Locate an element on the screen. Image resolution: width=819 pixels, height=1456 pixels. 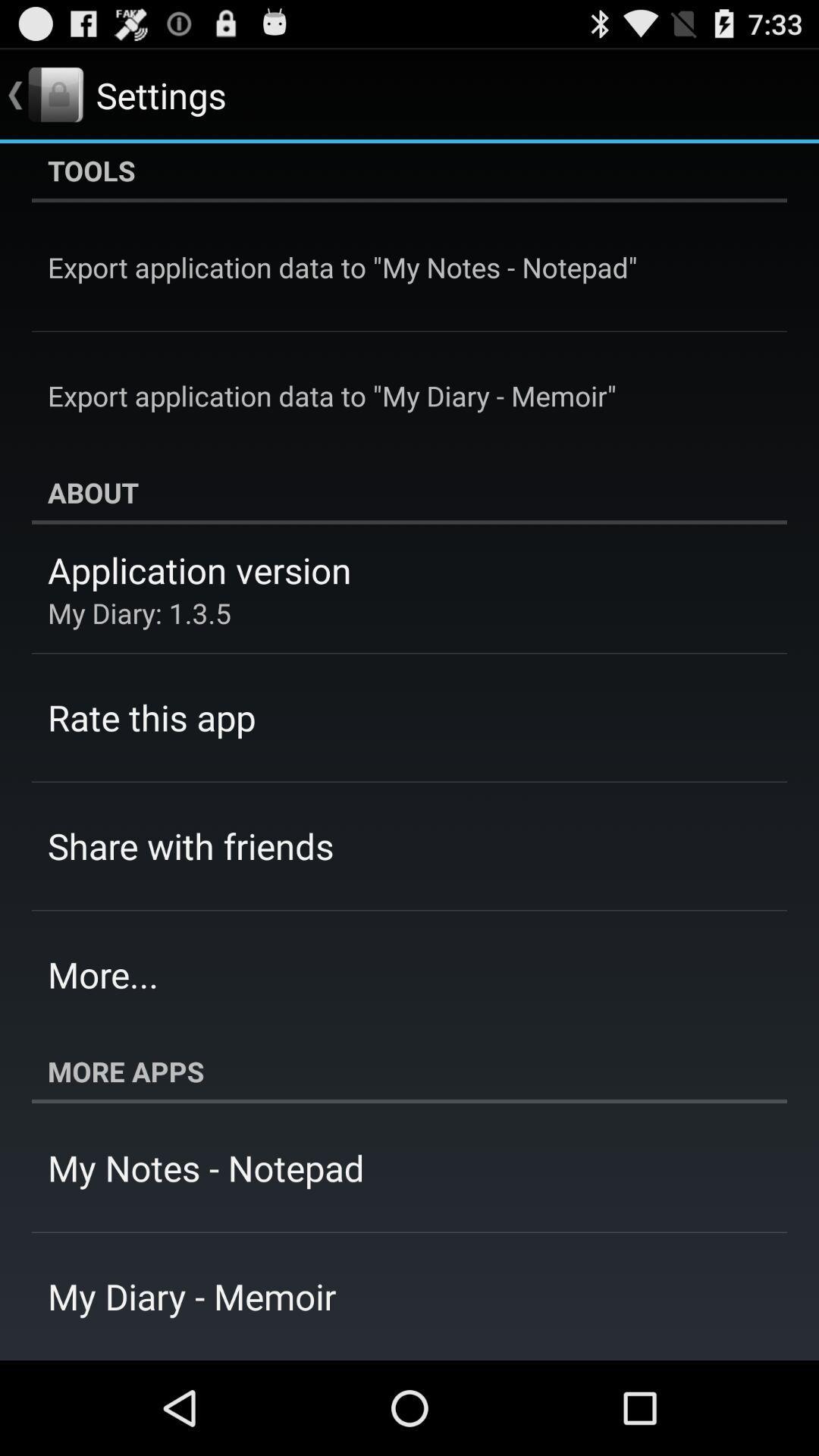
application version app is located at coordinates (199, 569).